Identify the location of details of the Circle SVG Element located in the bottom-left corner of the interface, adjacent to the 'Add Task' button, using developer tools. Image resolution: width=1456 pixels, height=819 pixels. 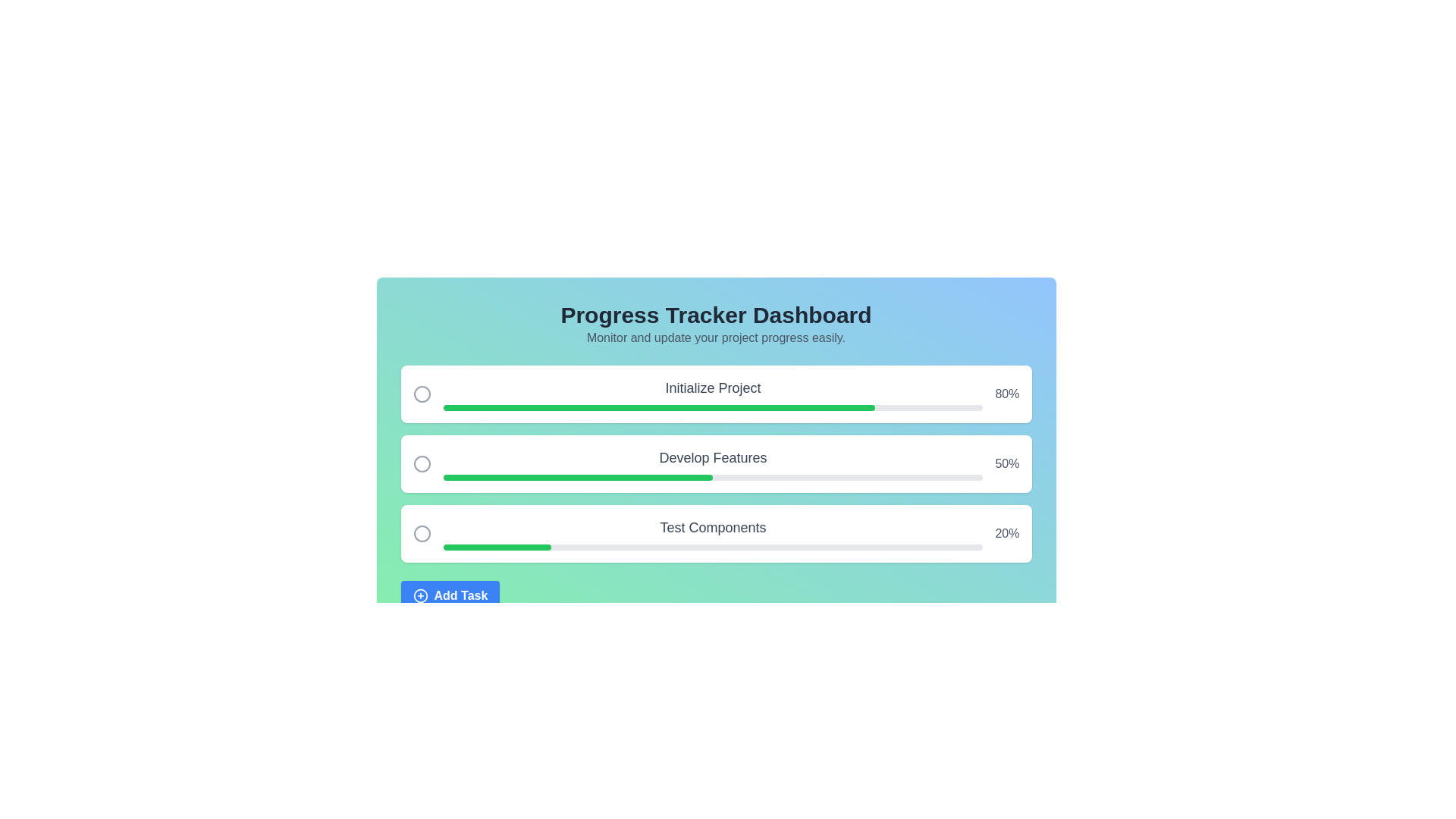
(420, 595).